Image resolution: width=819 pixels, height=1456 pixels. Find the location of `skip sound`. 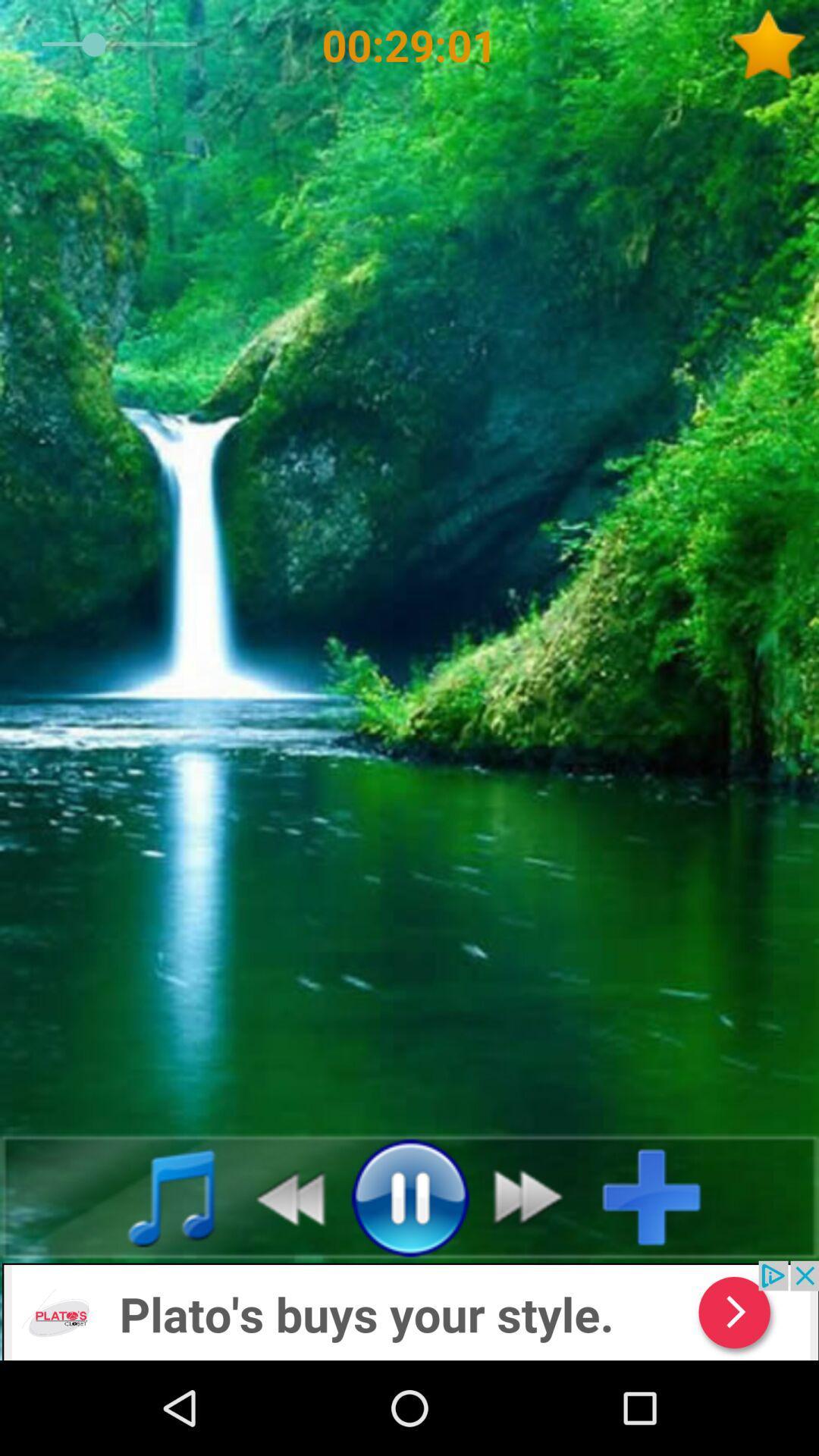

skip sound is located at coordinates (536, 1196).